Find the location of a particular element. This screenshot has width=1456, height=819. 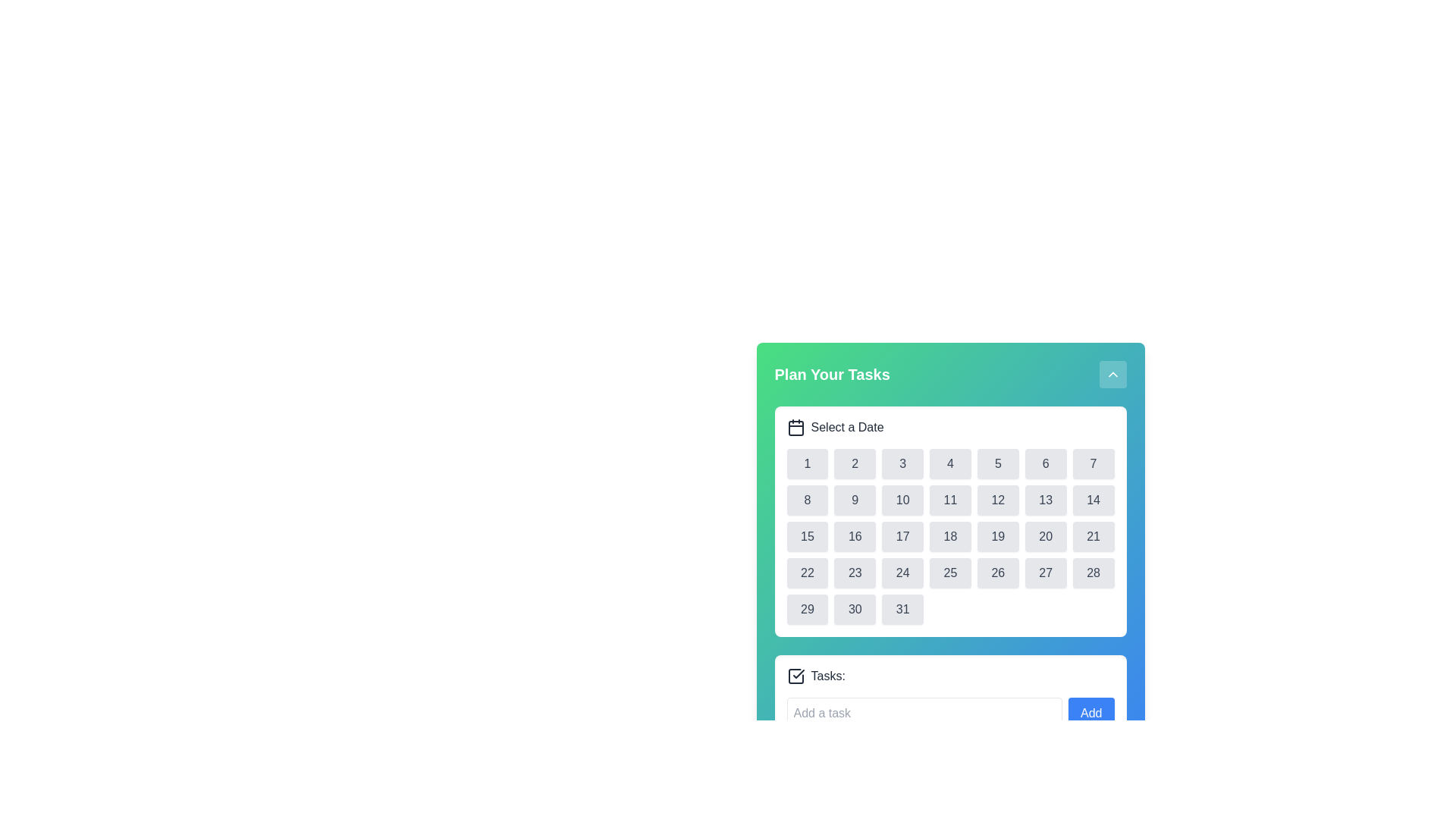

the decorative component of the calendar icon located to the left of the 'Select a Date' heading, which symbolizes the date-selection functionality is located at coordinates (795, 428).